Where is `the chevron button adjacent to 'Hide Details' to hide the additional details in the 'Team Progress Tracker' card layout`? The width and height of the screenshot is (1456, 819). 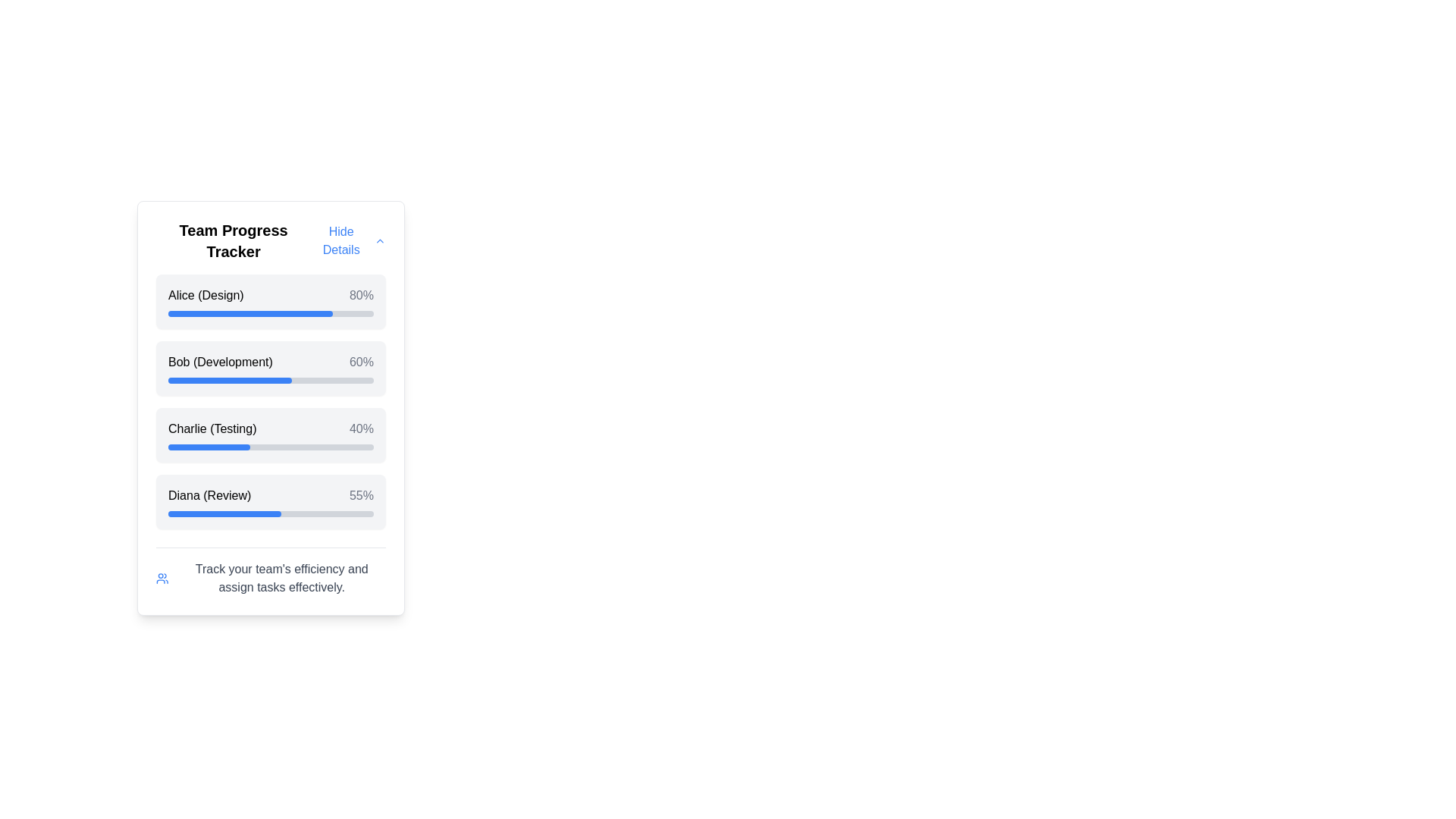
the chevron button adjacent to 'Hide Details' to hide the additional details in the 'Team Progress Tracker' card layout is located at coordinates (380, 240).